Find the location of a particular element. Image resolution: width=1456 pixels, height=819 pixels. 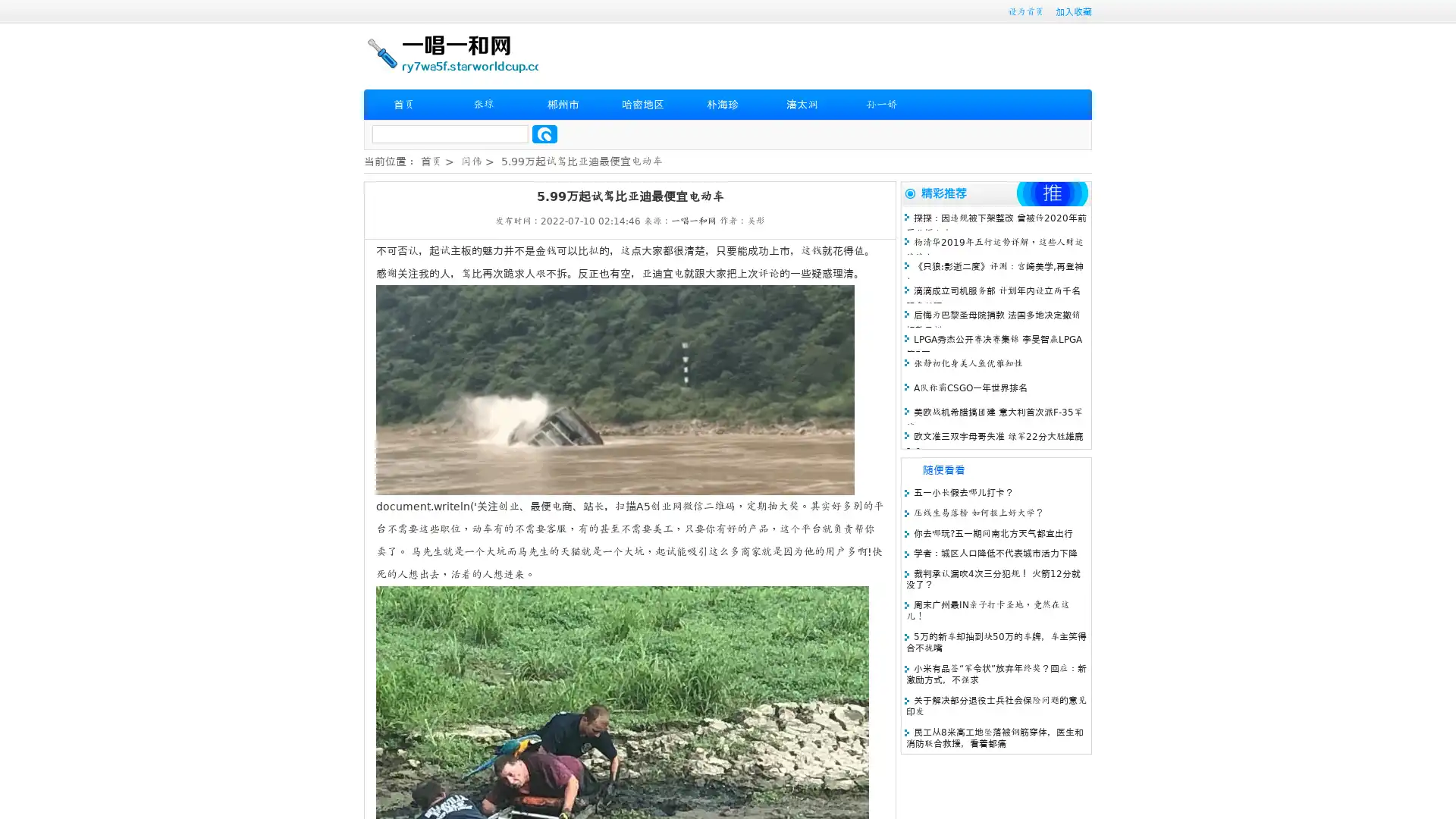

Search is located at coordinates (544, 133).